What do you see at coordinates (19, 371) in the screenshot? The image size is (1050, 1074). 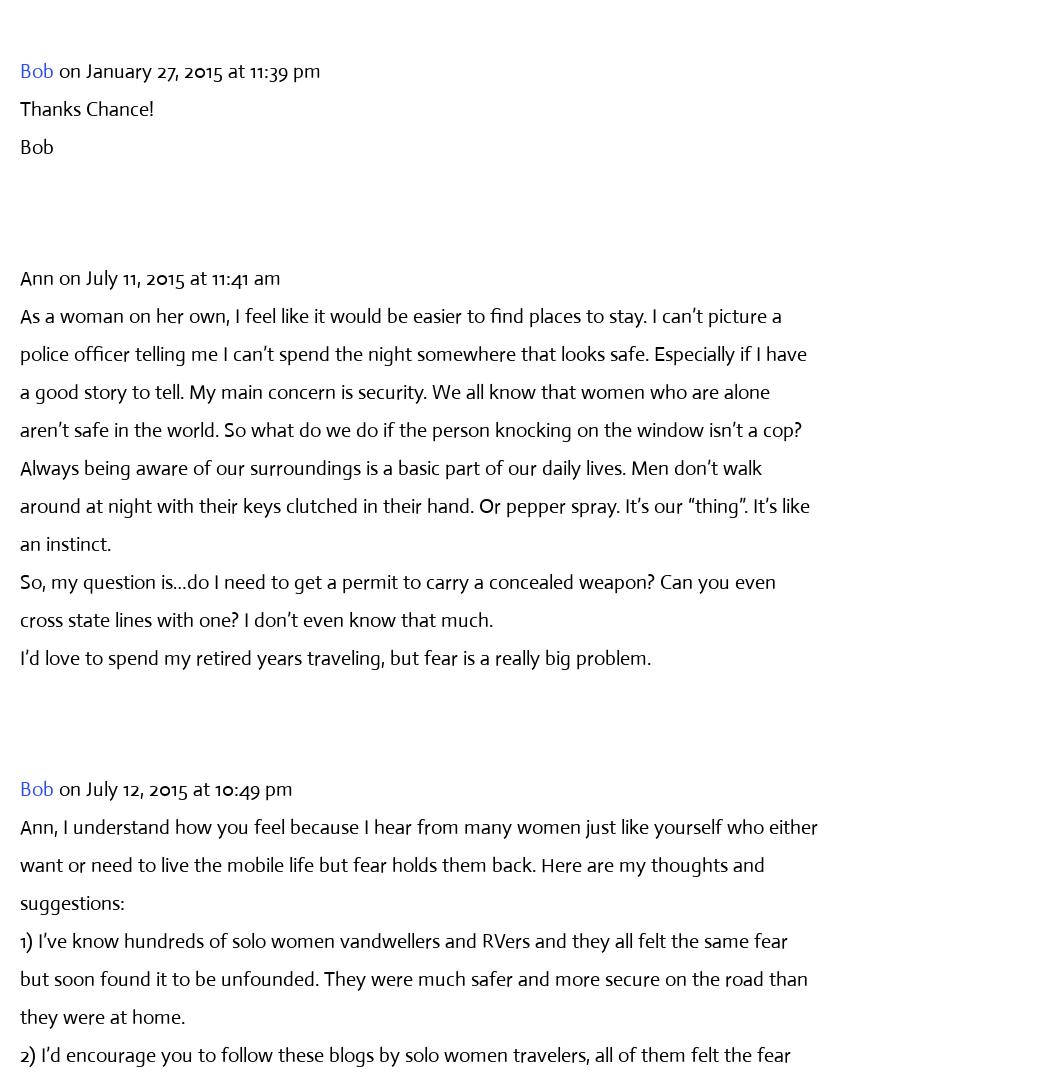 I see `'As a woman on her own, I feel like it would be easier to find places to stay. I can’t picture a police officer telling me I can’t spend the night somewhere that looks safe. Especially if I have a good story to tell. My main concern is security. We all know that women who are alone aren’t safe in the world. So what do we do if the person knocking on the window isn’t a cop?'` at bounding box center [19, 371].